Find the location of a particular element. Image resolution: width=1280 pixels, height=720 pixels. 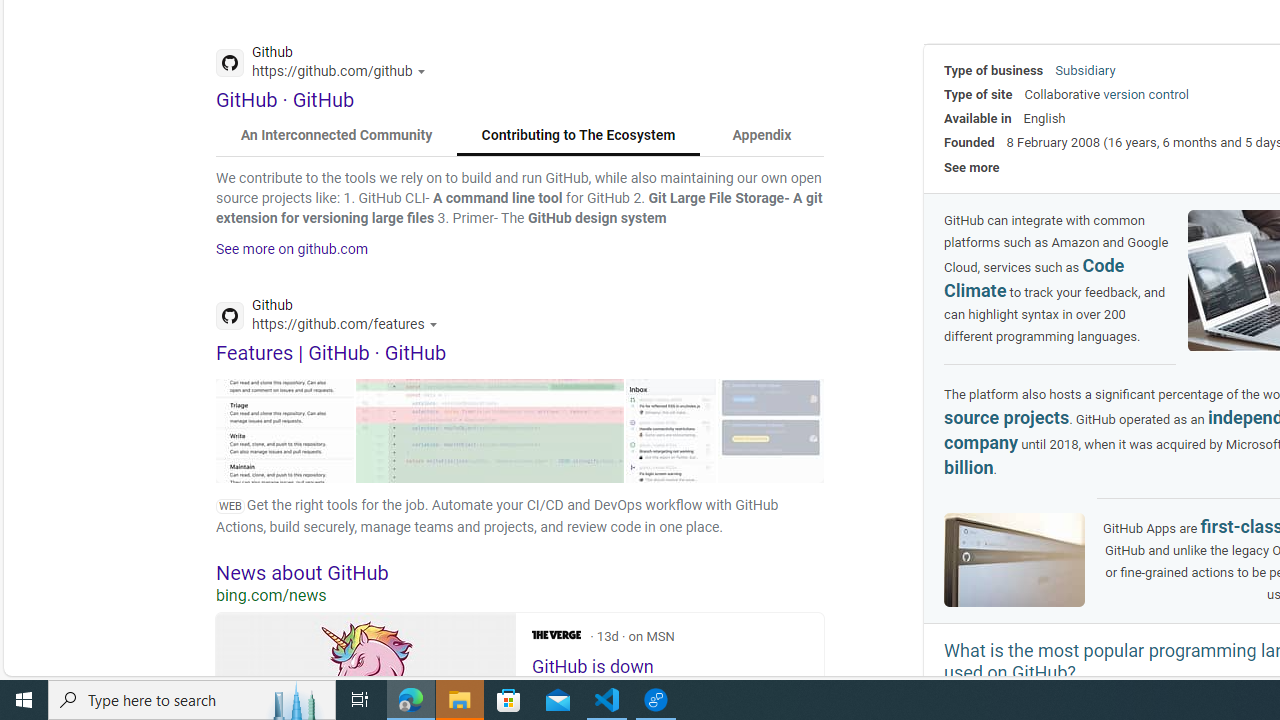

'Global web icon' is located at coordinates (229, 315).